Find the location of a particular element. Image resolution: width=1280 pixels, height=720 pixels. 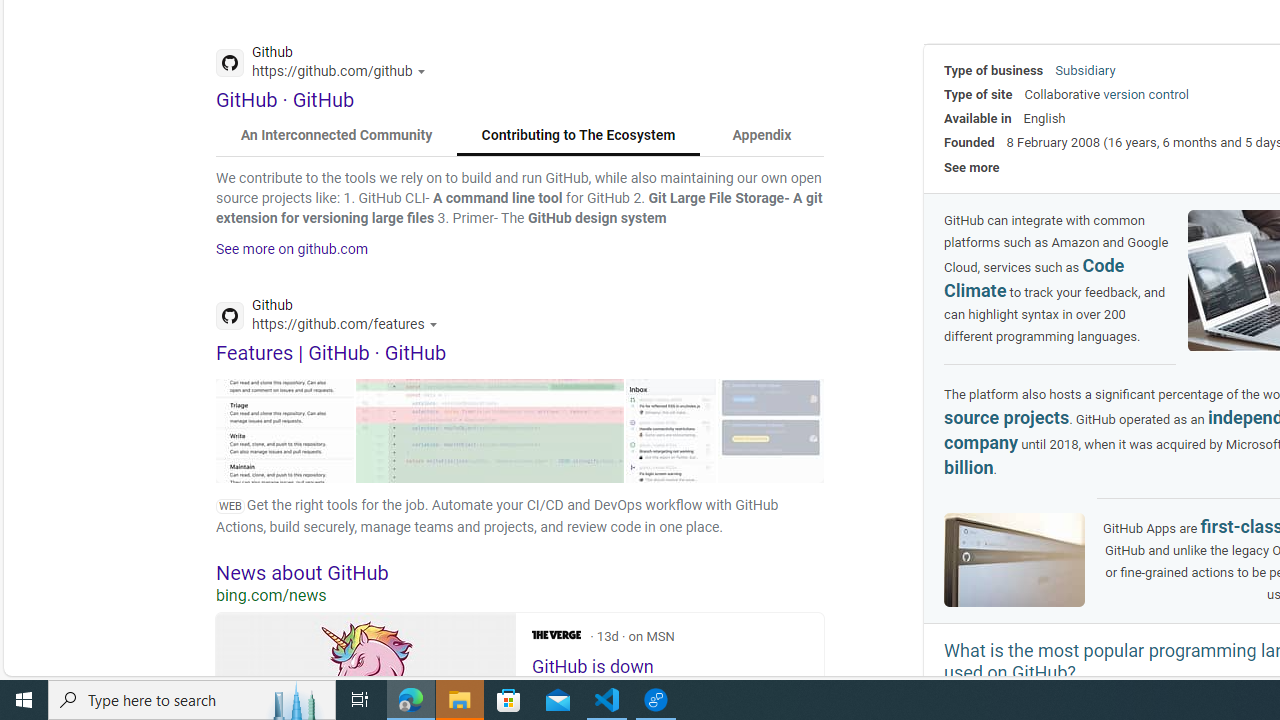

'Global web icon' is located at coordinates (229, 315).